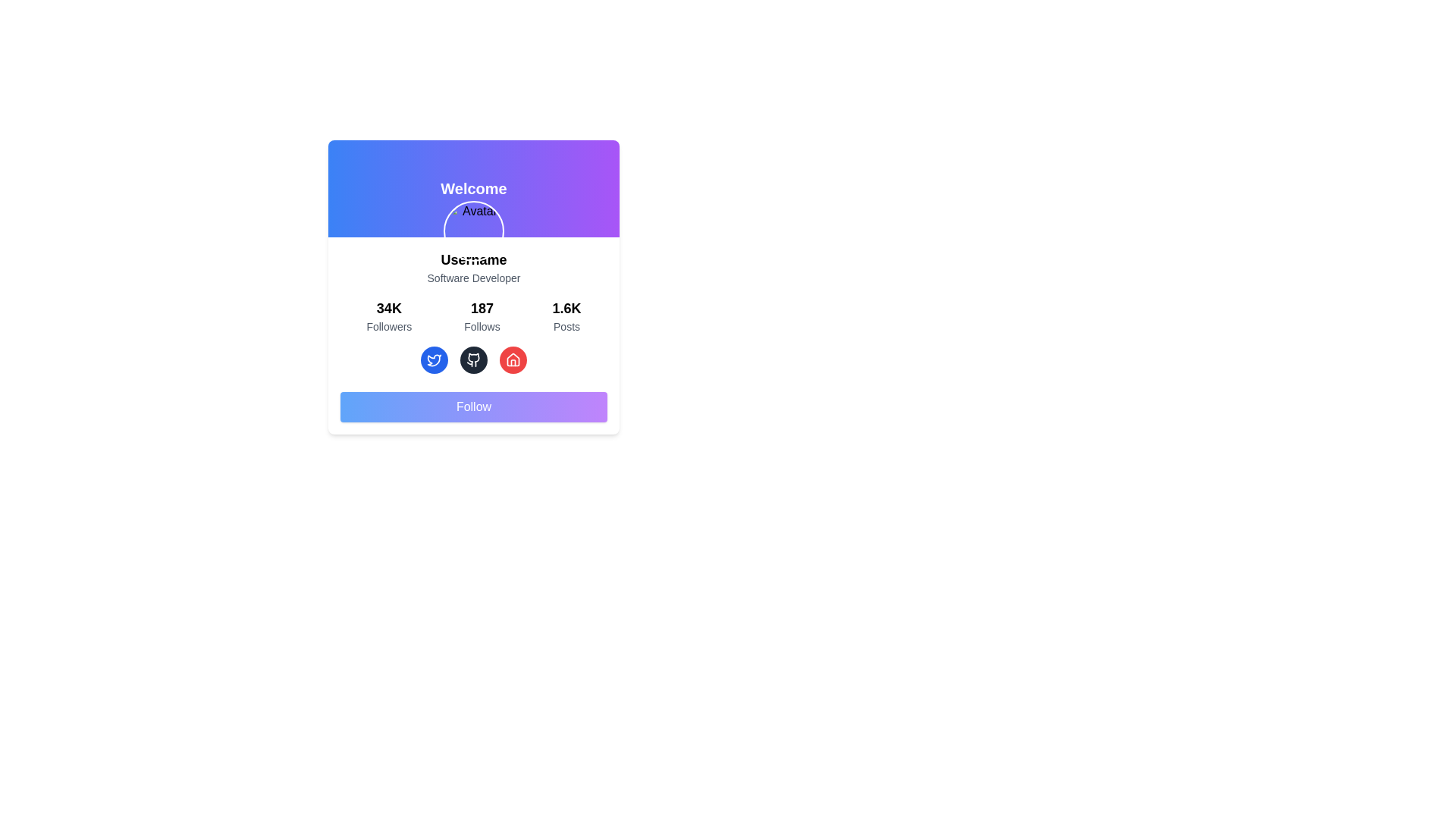 The width and height of the screenshot is (1456, 819). I want to click on the Text Label displaying 'Software Developer', which is styled in gray and located below the username on the user profile card, so click(472, 278).